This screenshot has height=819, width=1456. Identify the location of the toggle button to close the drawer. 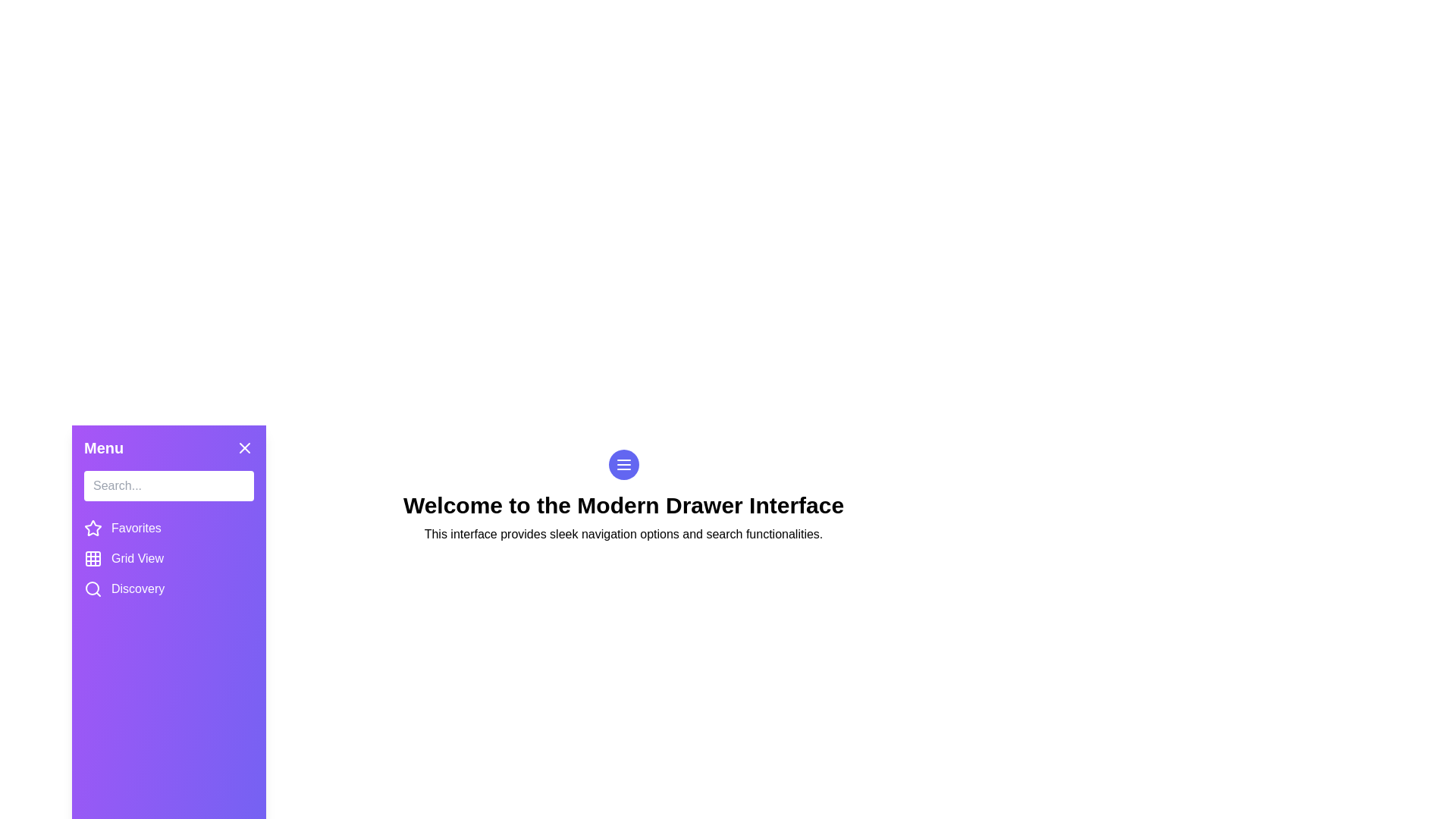
(623, 464).